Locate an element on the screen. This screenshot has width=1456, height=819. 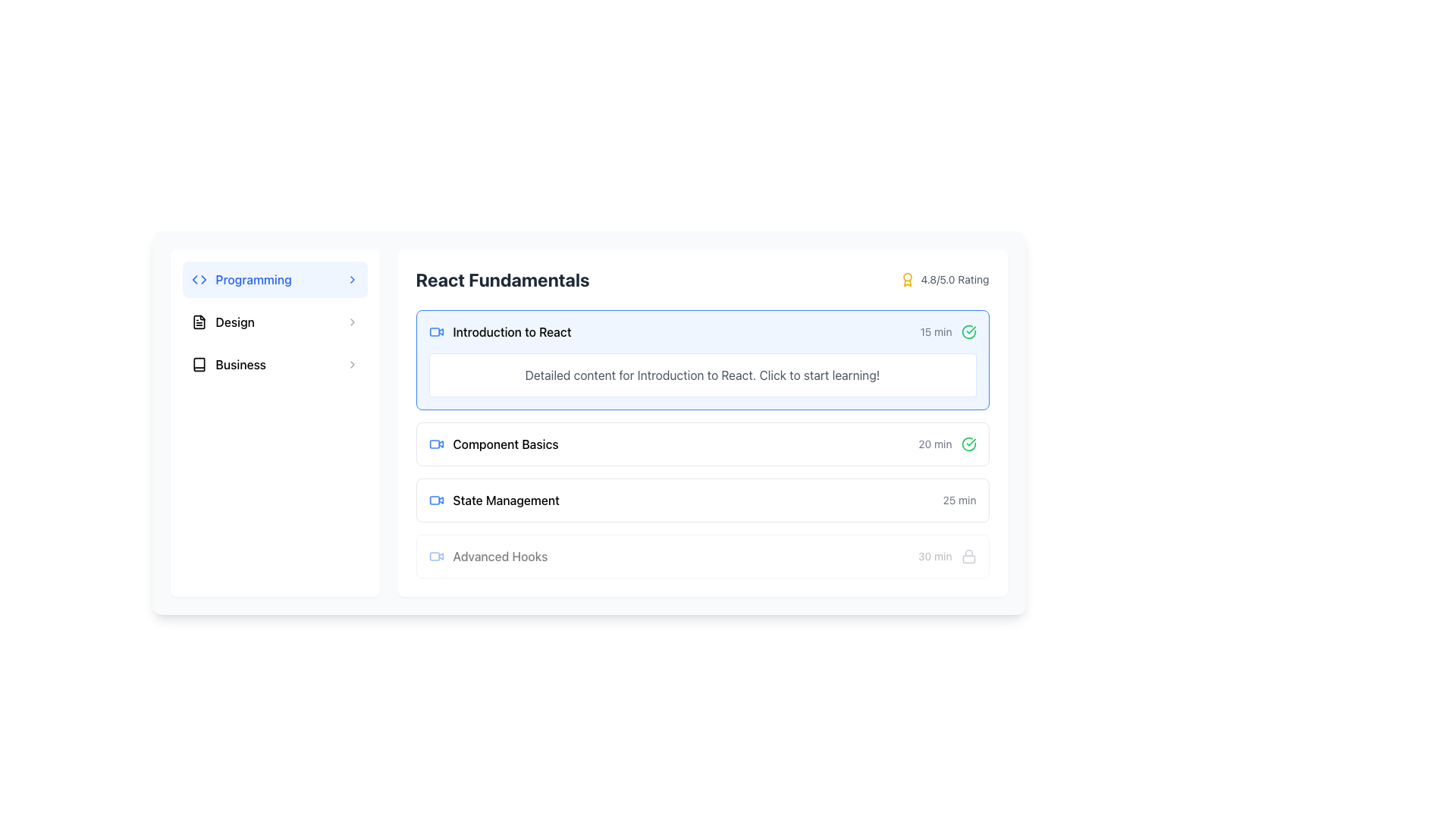
the 'State Management' lesson item button is located at coordinates (701, 500).